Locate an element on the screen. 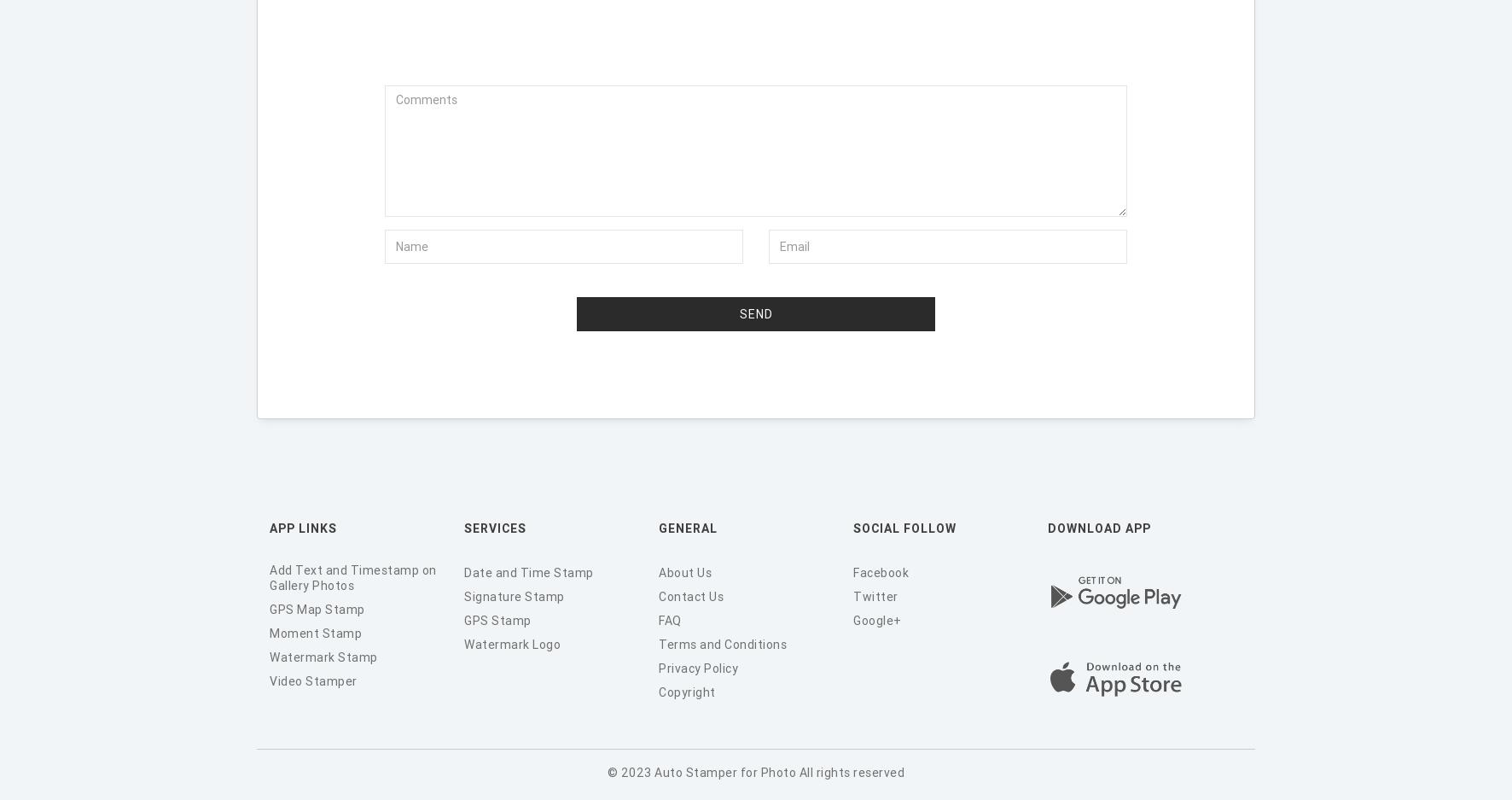 This screenshot has width=1512, height=800. 'Contact Us' is located at coordinates (690, 595).